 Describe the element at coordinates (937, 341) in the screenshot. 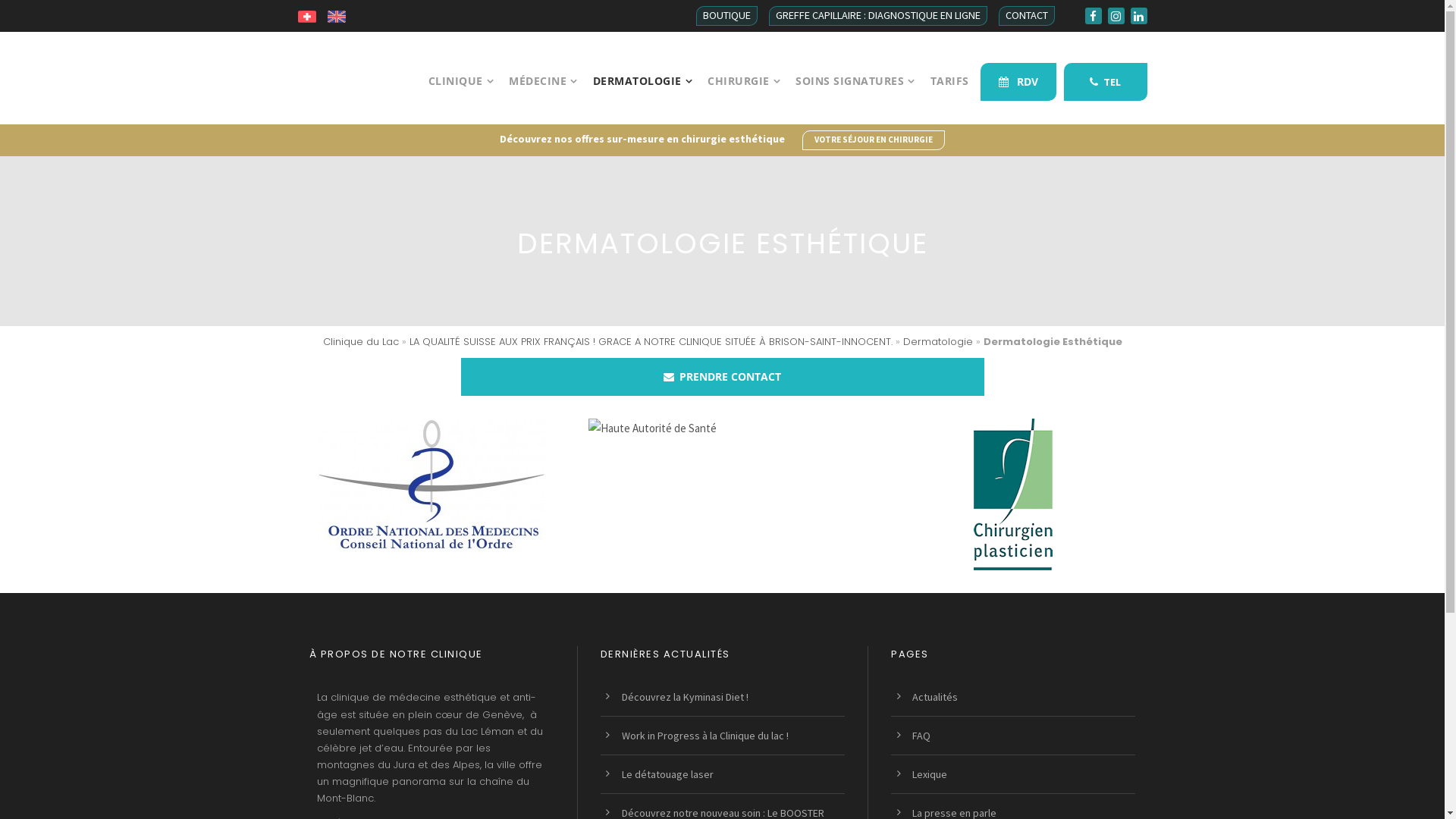

I see `'Dermatologie'` at that location.